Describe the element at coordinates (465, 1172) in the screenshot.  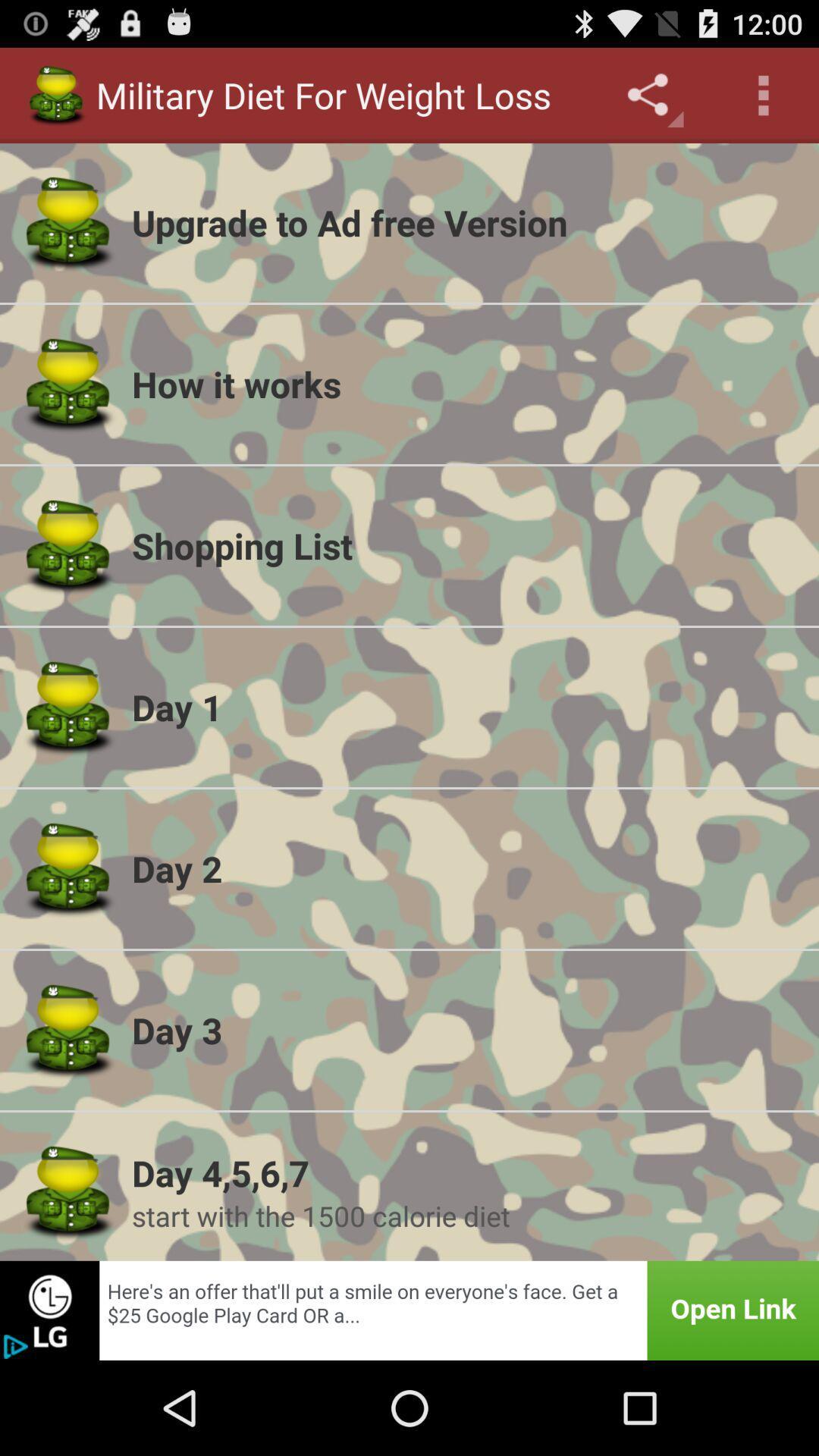
I see `icon below the day 3 icon` at that location.